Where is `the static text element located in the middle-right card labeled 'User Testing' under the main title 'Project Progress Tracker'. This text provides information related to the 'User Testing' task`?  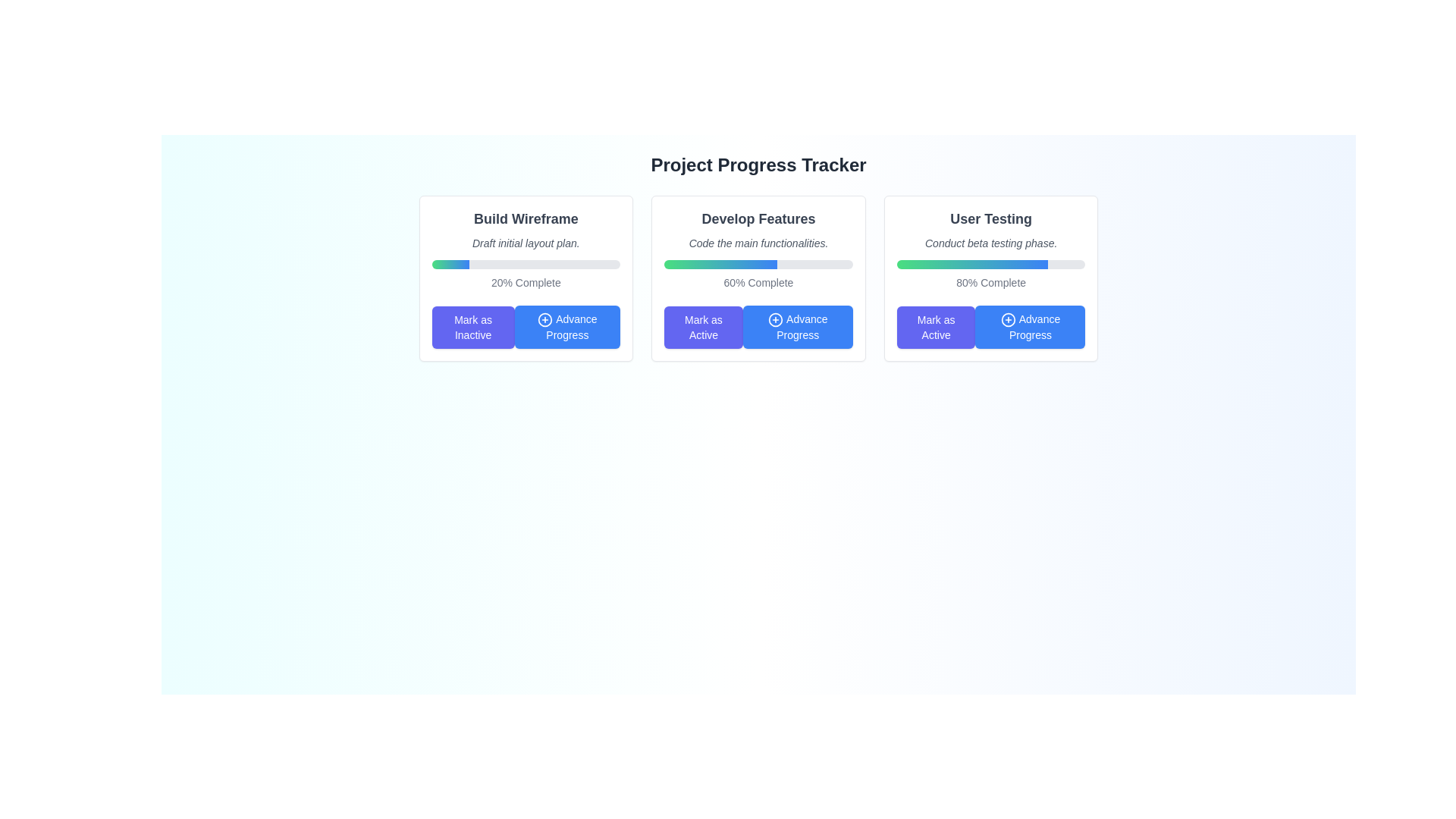 the static text element located in the middle-right card labeled 'User Testing' under the main title 'Project Progress Tracker'. This text provides information related to the 'User Testing' task is located at coordinates (991, 242).